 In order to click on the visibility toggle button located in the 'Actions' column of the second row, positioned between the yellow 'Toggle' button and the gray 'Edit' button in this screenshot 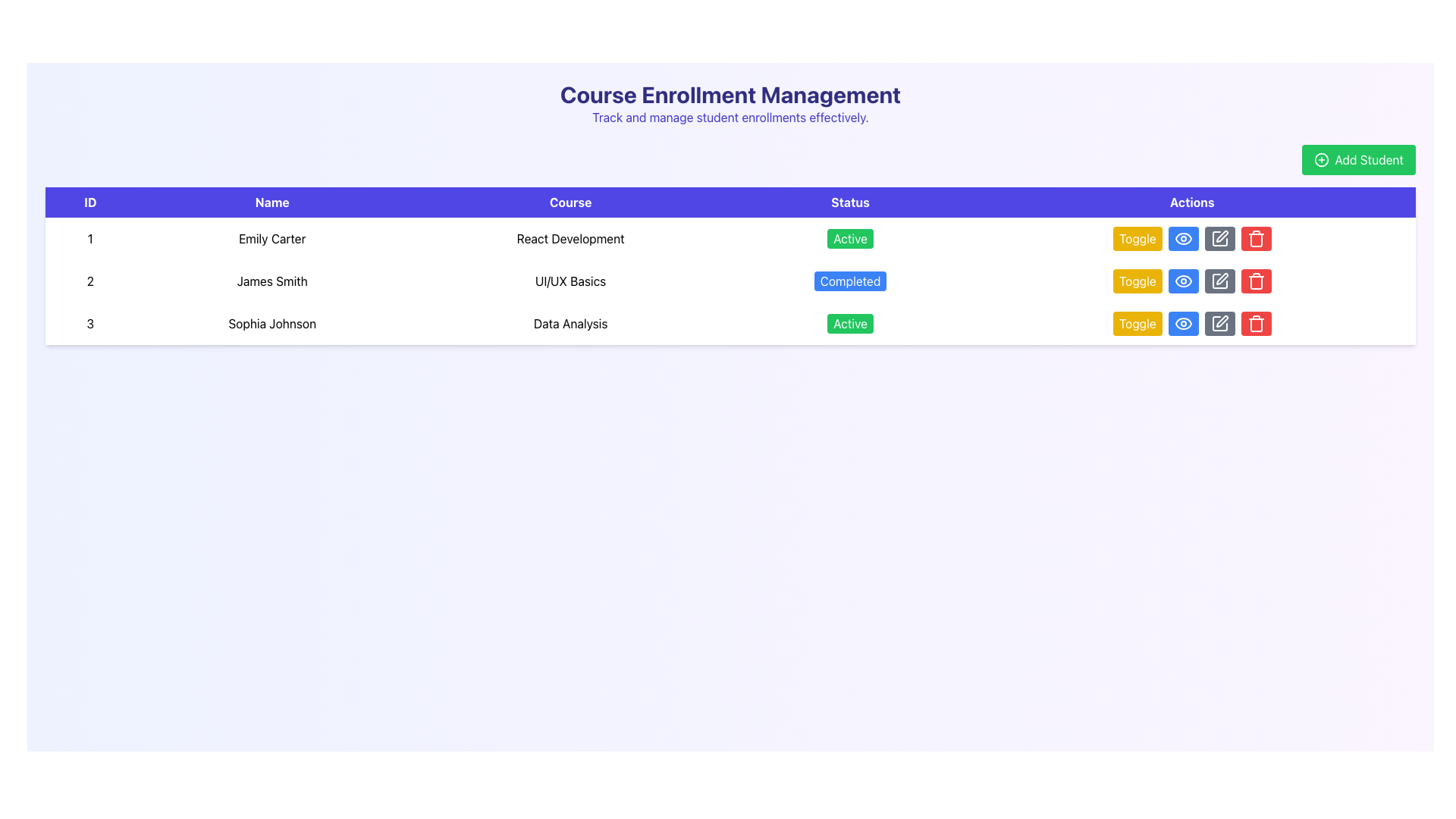, I will do `click(1182, 281)`.